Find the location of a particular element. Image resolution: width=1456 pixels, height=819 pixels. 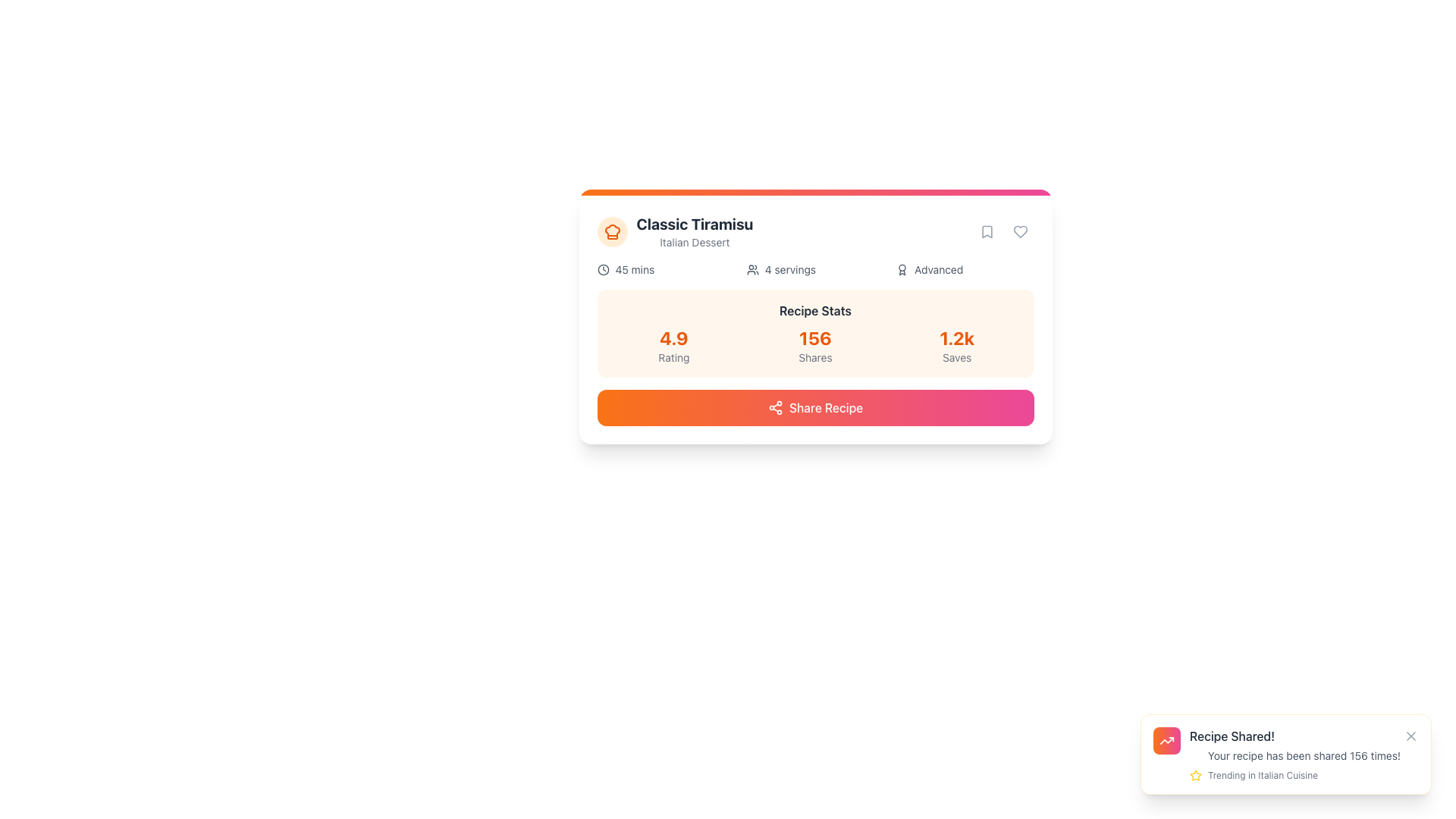

the text label displaying '4 servings', which is styled in gray and located to the right of a group icon in the recipe details section is located at coordinates (789, 268).